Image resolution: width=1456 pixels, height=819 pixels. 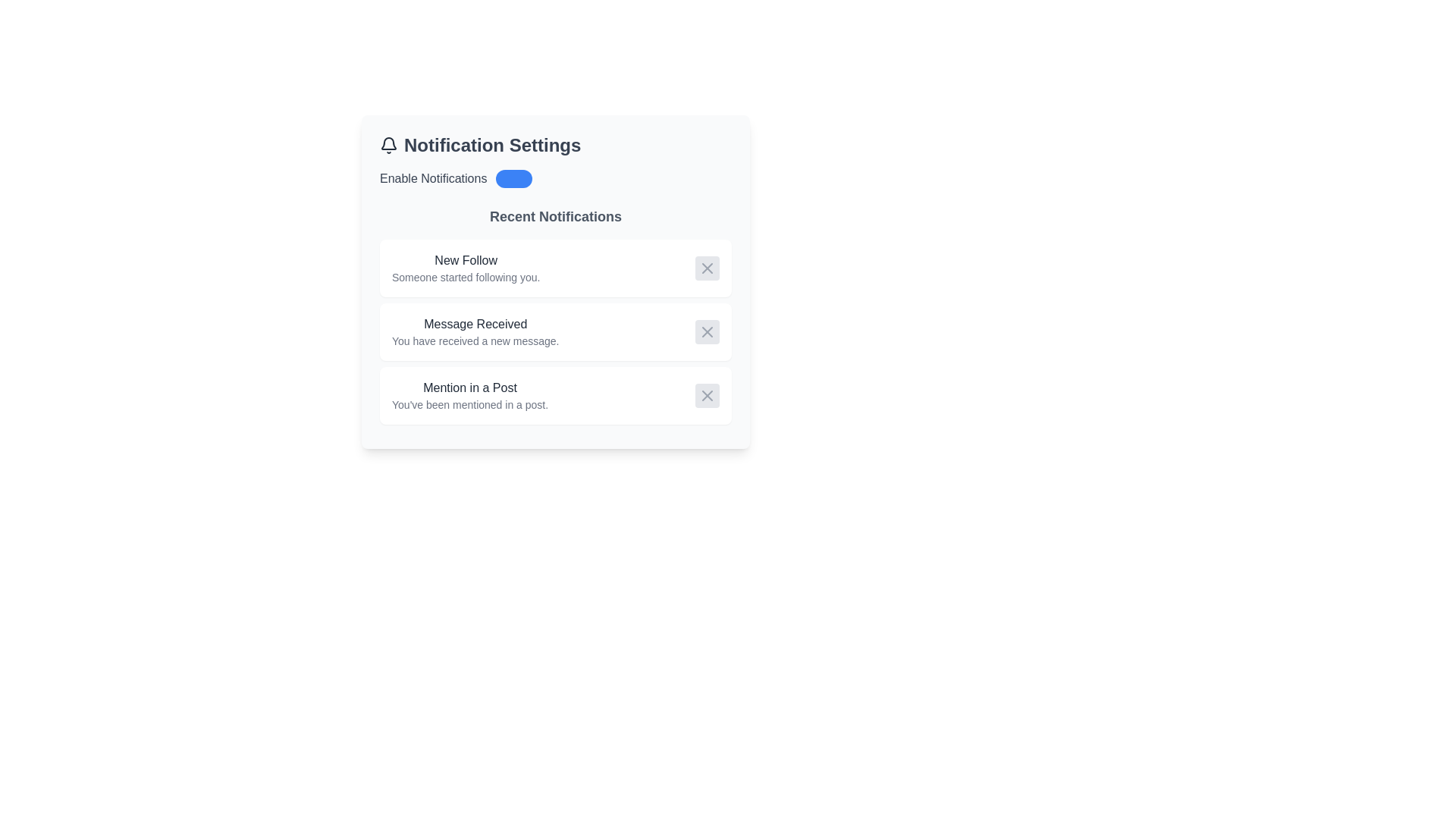 I want to click on the notification card containing the text element that informs the user about a new follower, located in the topmost position of the 'Recent Notifications' list, so click(x=465, y=268).